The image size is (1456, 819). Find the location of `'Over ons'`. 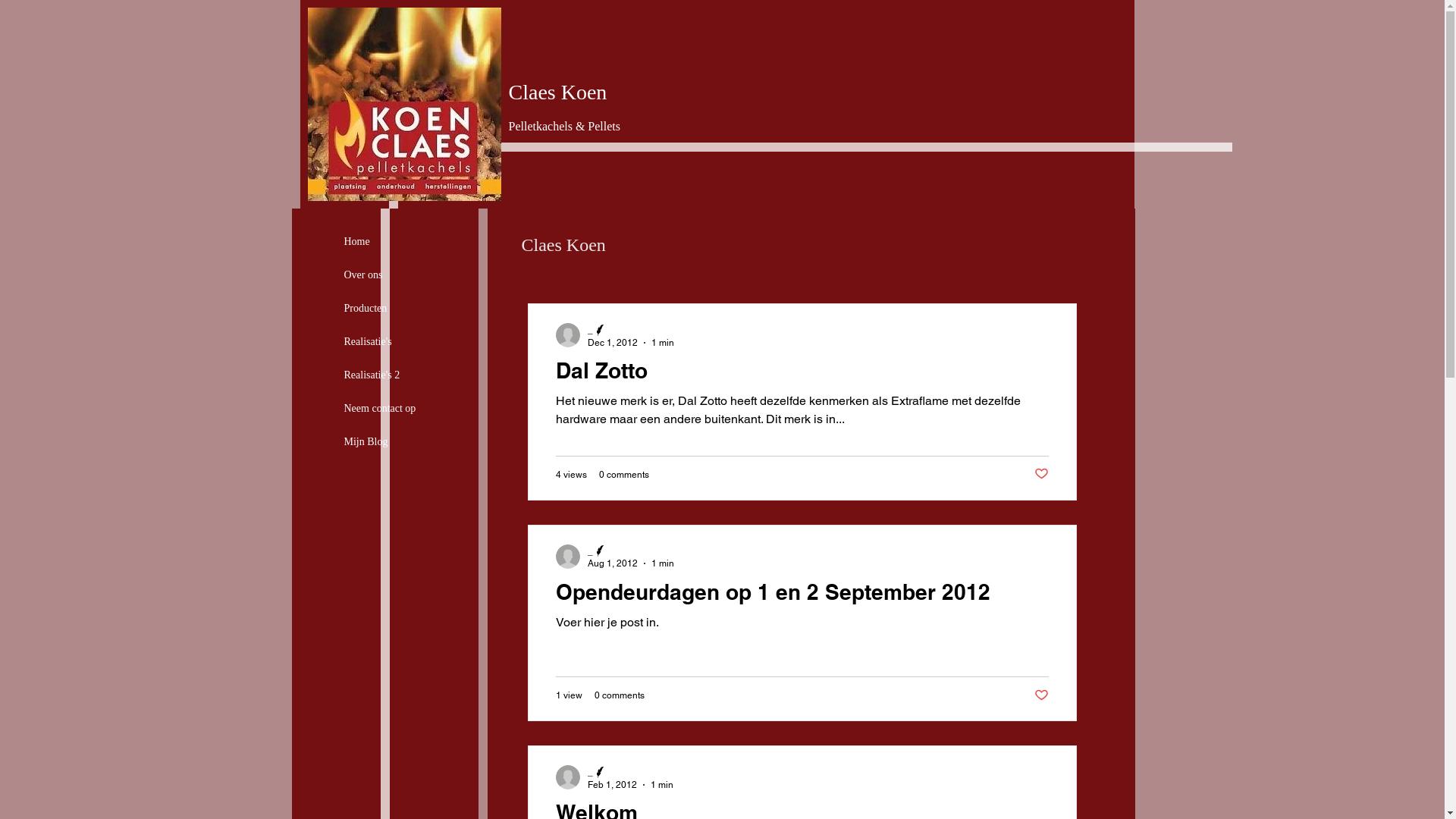

'Over ons' is located at coordinates (362, 275).